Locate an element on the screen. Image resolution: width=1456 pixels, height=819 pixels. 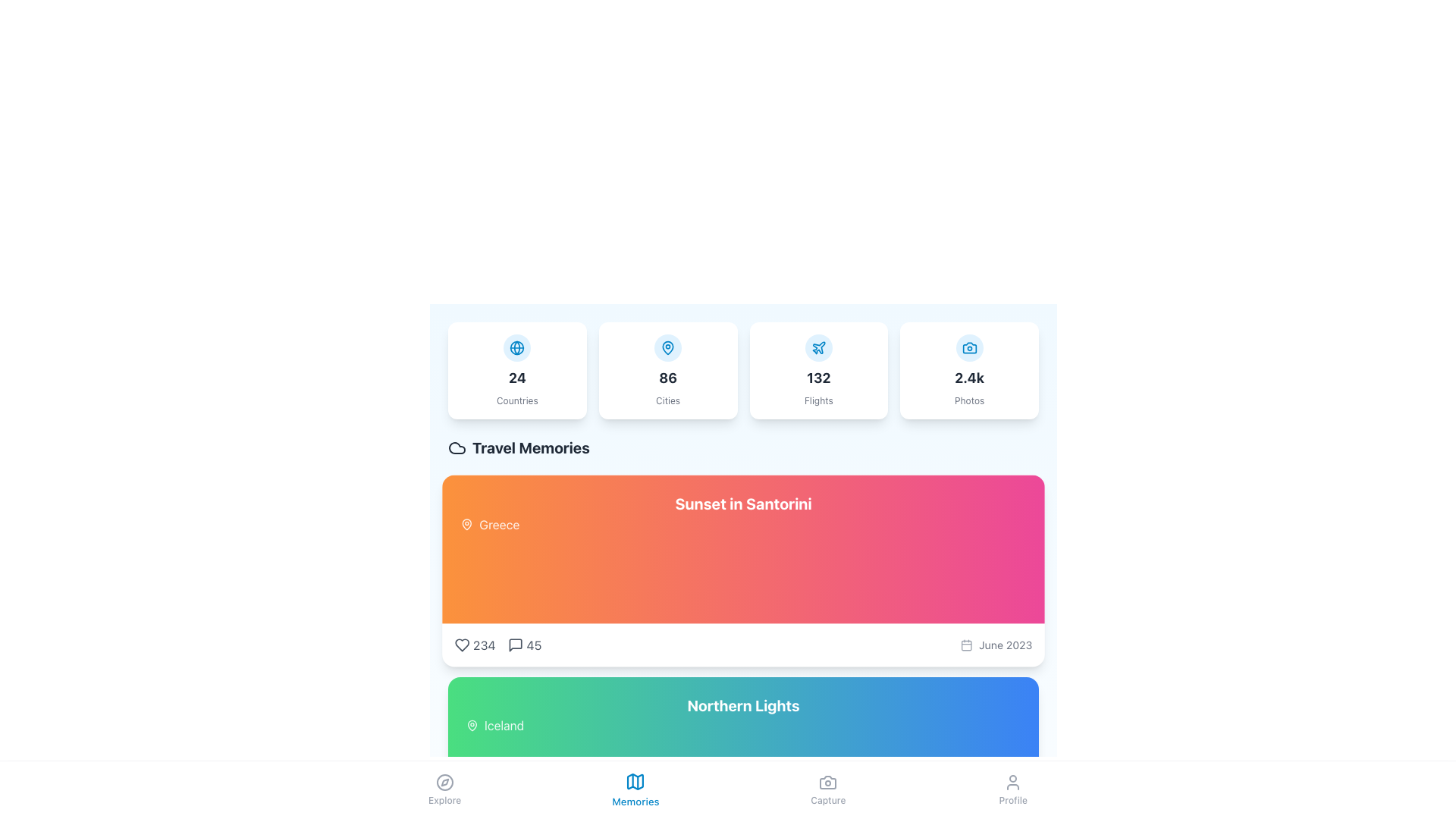
the camera icon associated with the 'Capture' text label located in the bottom navigation bar is located at coordinates (827, 800).